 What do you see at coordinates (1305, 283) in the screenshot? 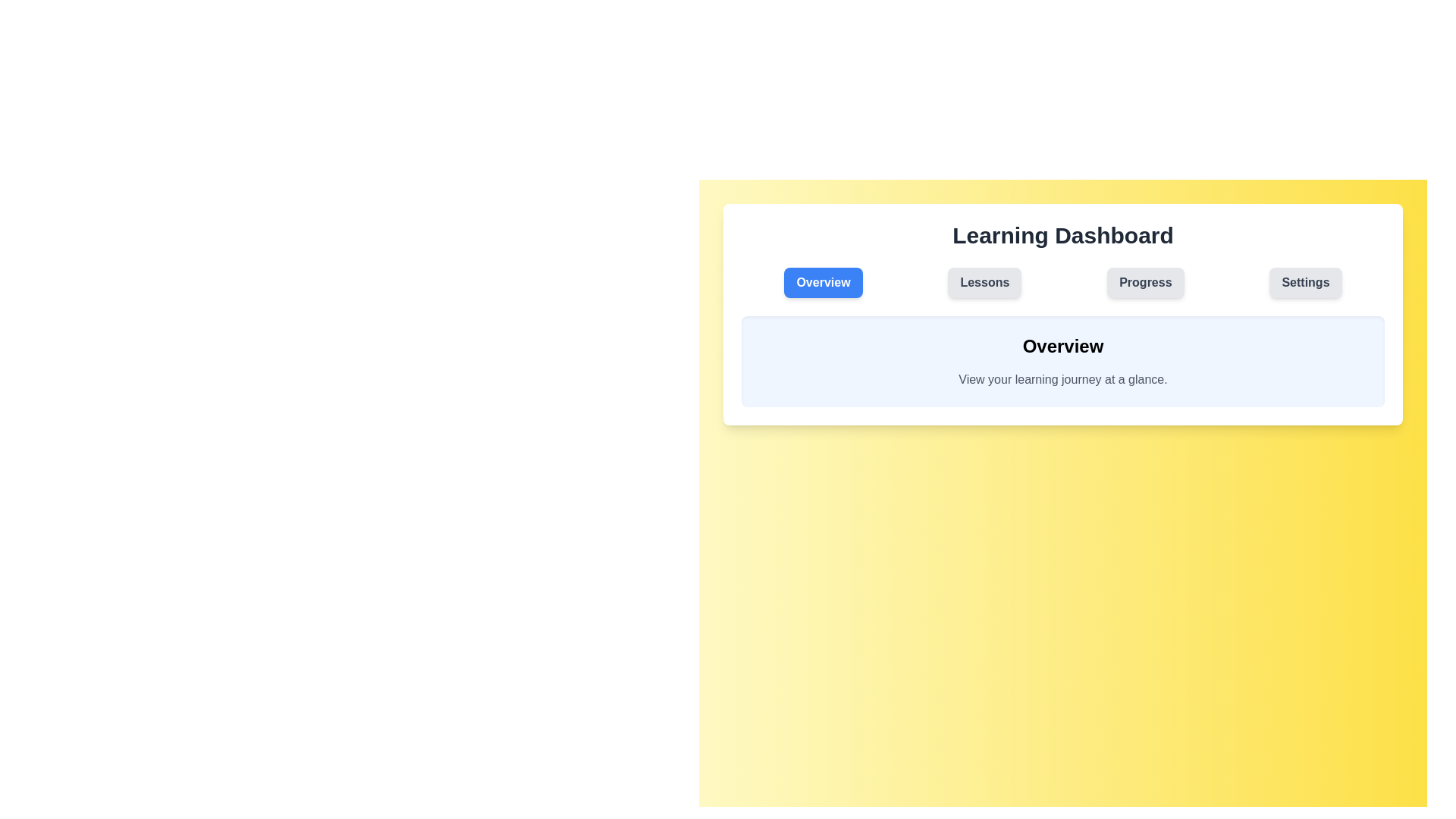
I see `the tab labeled Settings to observe its interactive effect` at bounding box center [1305, 283].